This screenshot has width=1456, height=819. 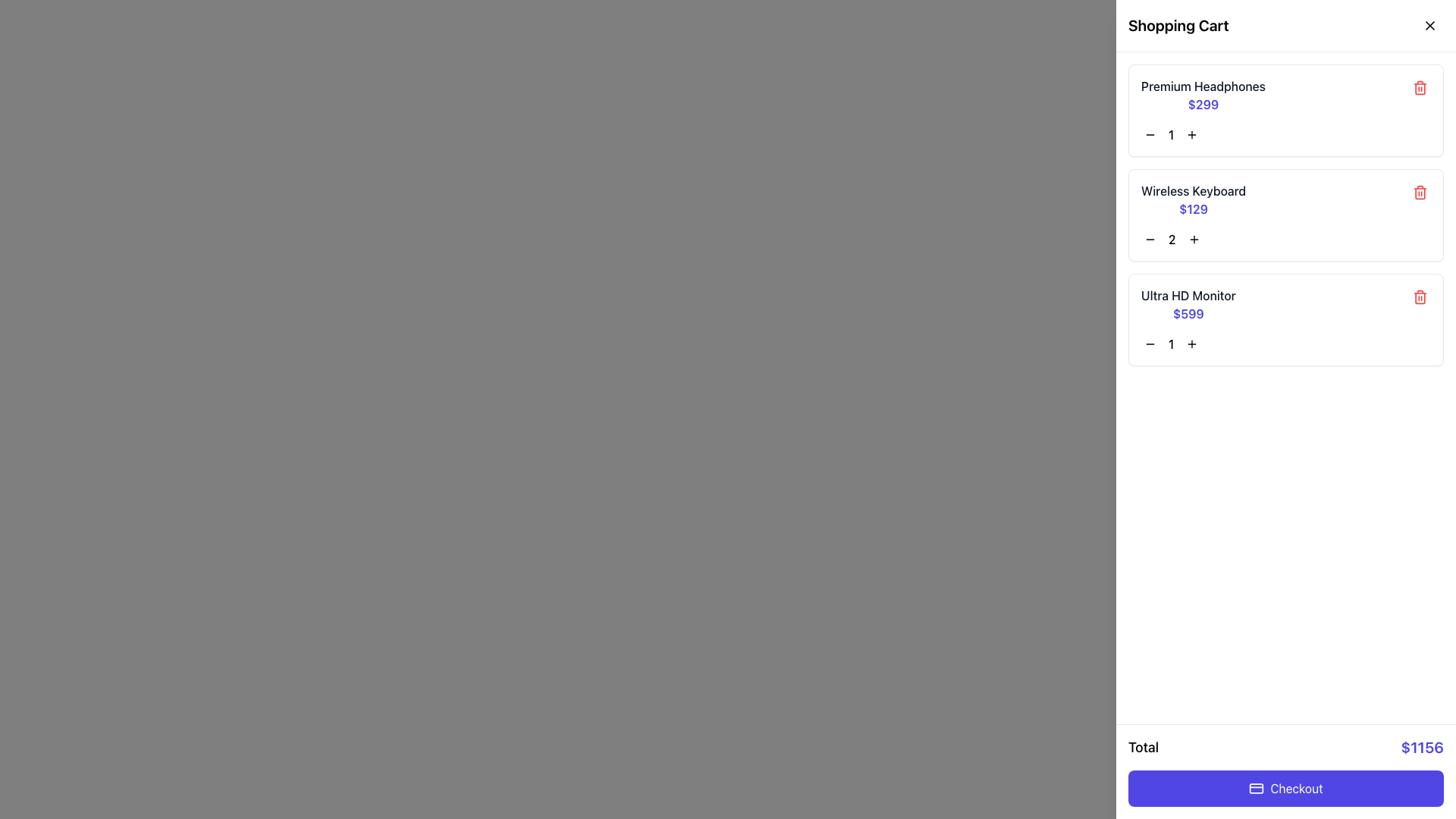 What do you see at coordinates (1150, 239) in the screenshot?
I see `the decrease quantity button for the 'Wireless Keyboard' item in the shopping cart to change its appearance` at bounding box center [1150, 239].